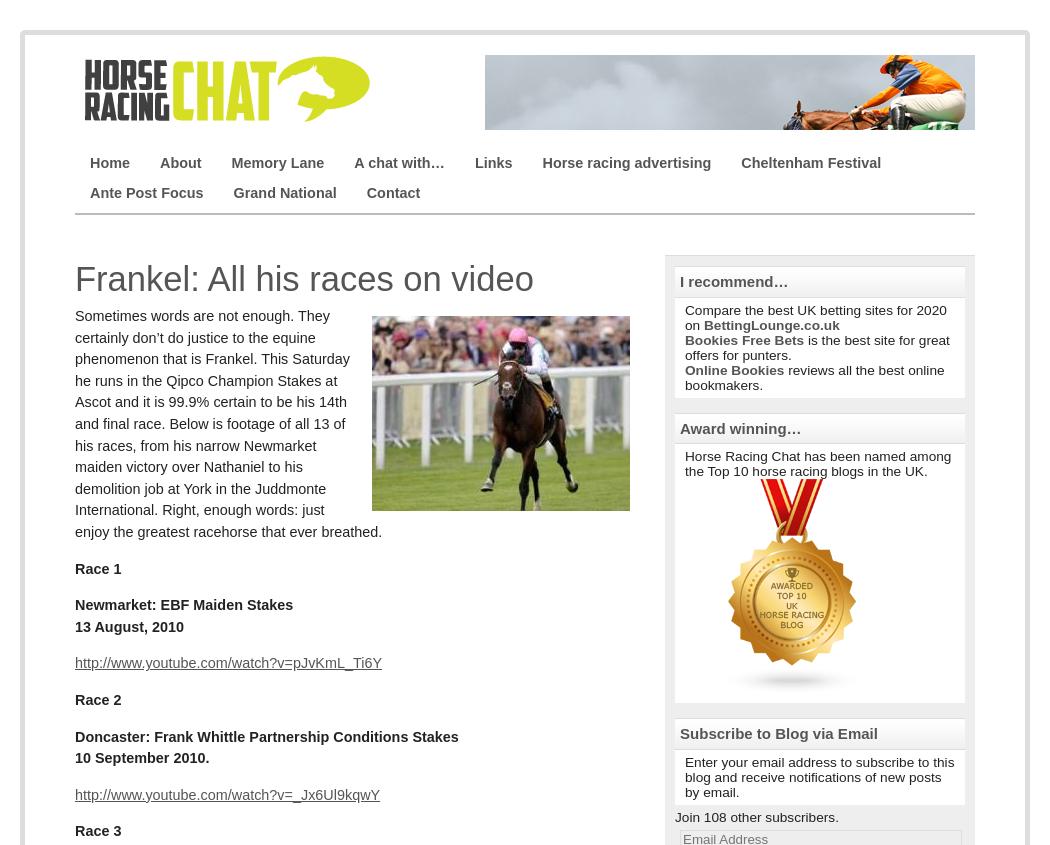 This screenshot has height=845, width=1050. What do you see at coordinates (813, 376) in the screenshot?
I see `'reviews all the best online bookmakers.'` at bounding box center [813, 376].